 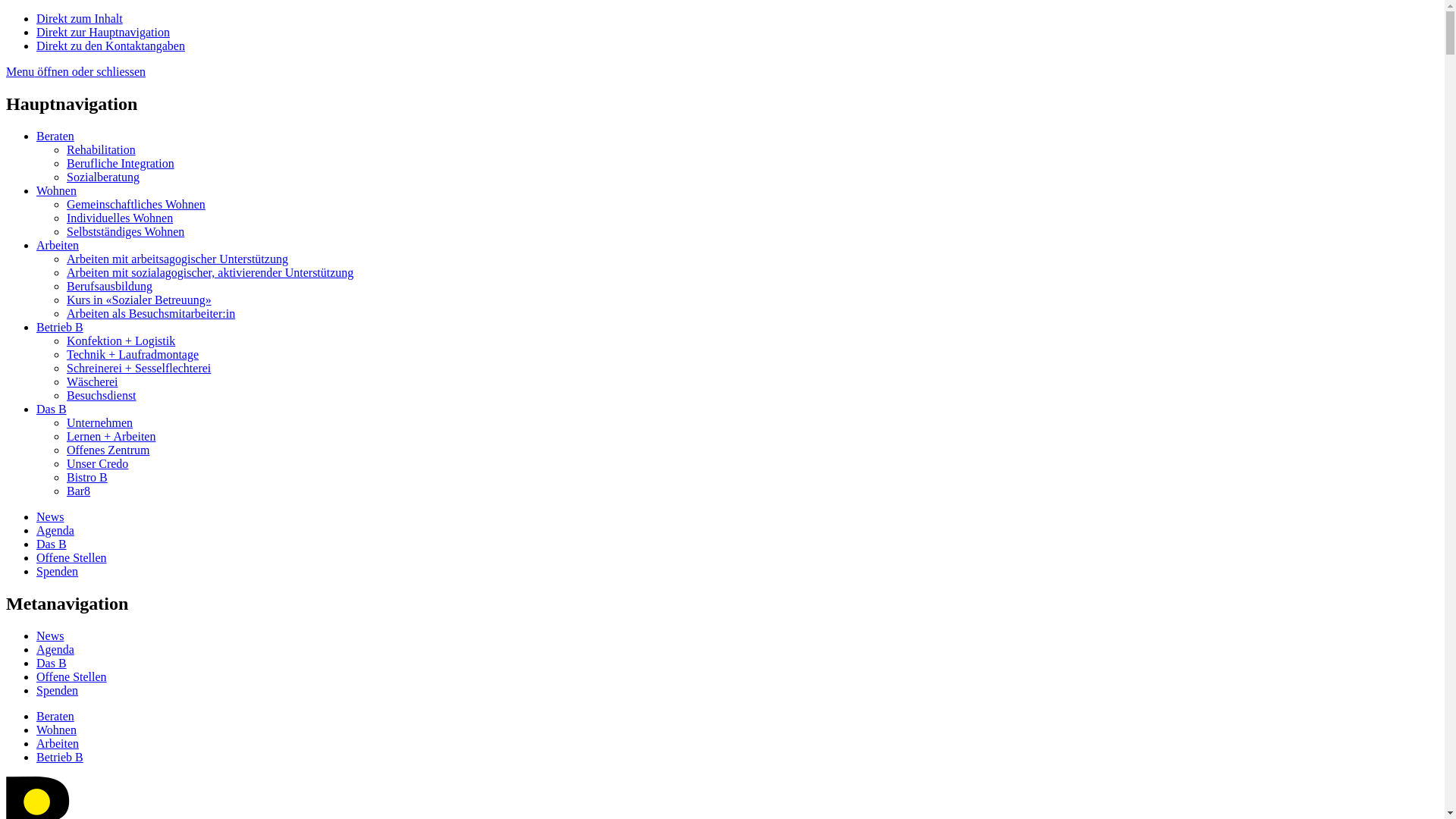 I want to click on 'Unser Credo', so click(x=65, y=463).